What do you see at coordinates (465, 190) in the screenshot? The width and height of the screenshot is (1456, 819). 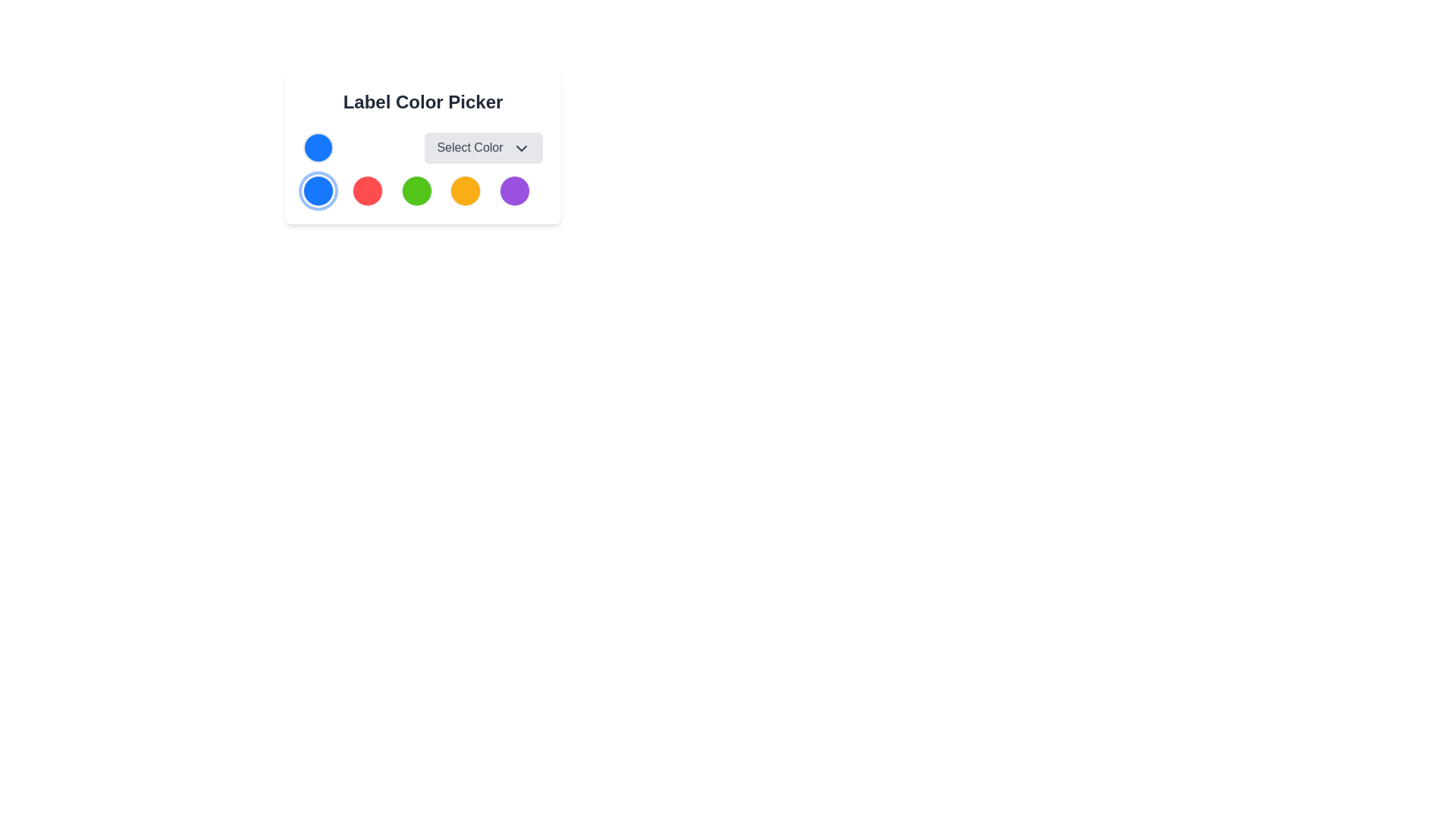 I see `the fourth circular color option button, which is an orange color circle with a diameter of 40 pixels` at bounding box center [465, 190].